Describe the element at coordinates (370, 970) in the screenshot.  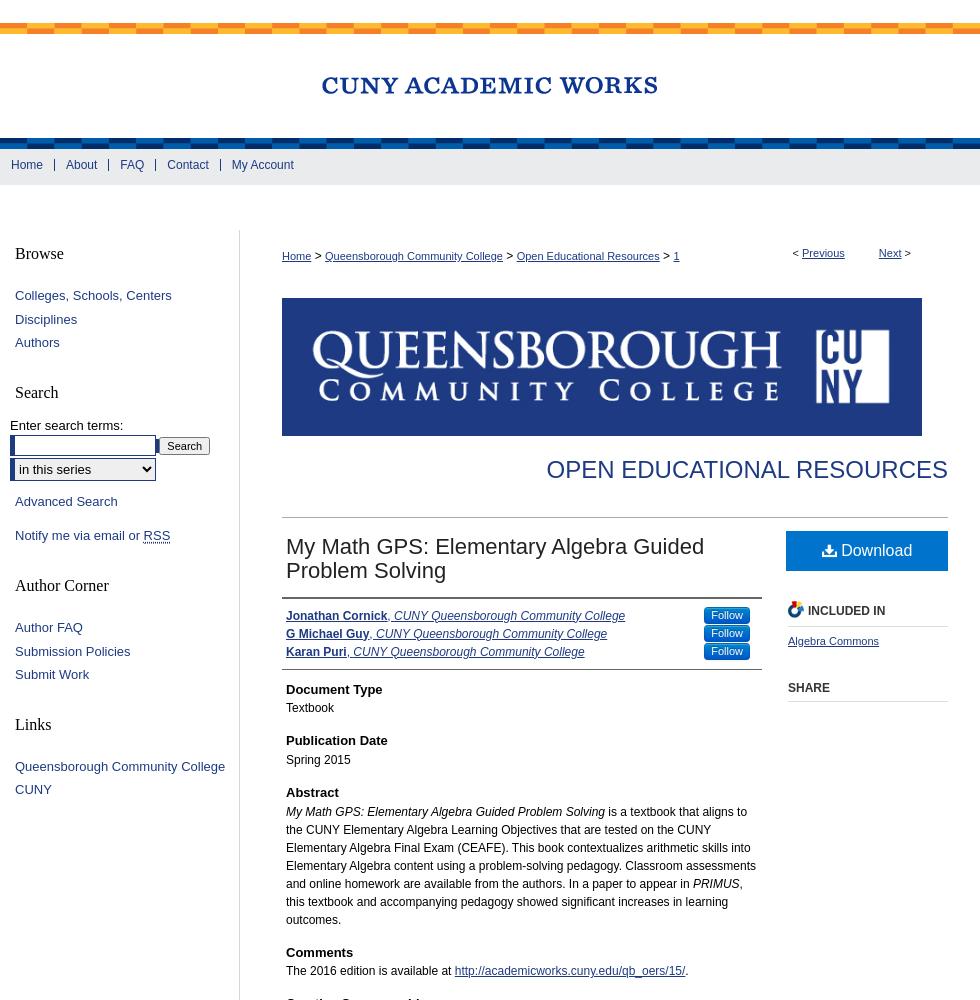
I see `'The 2016 edition is available at'` at that location.